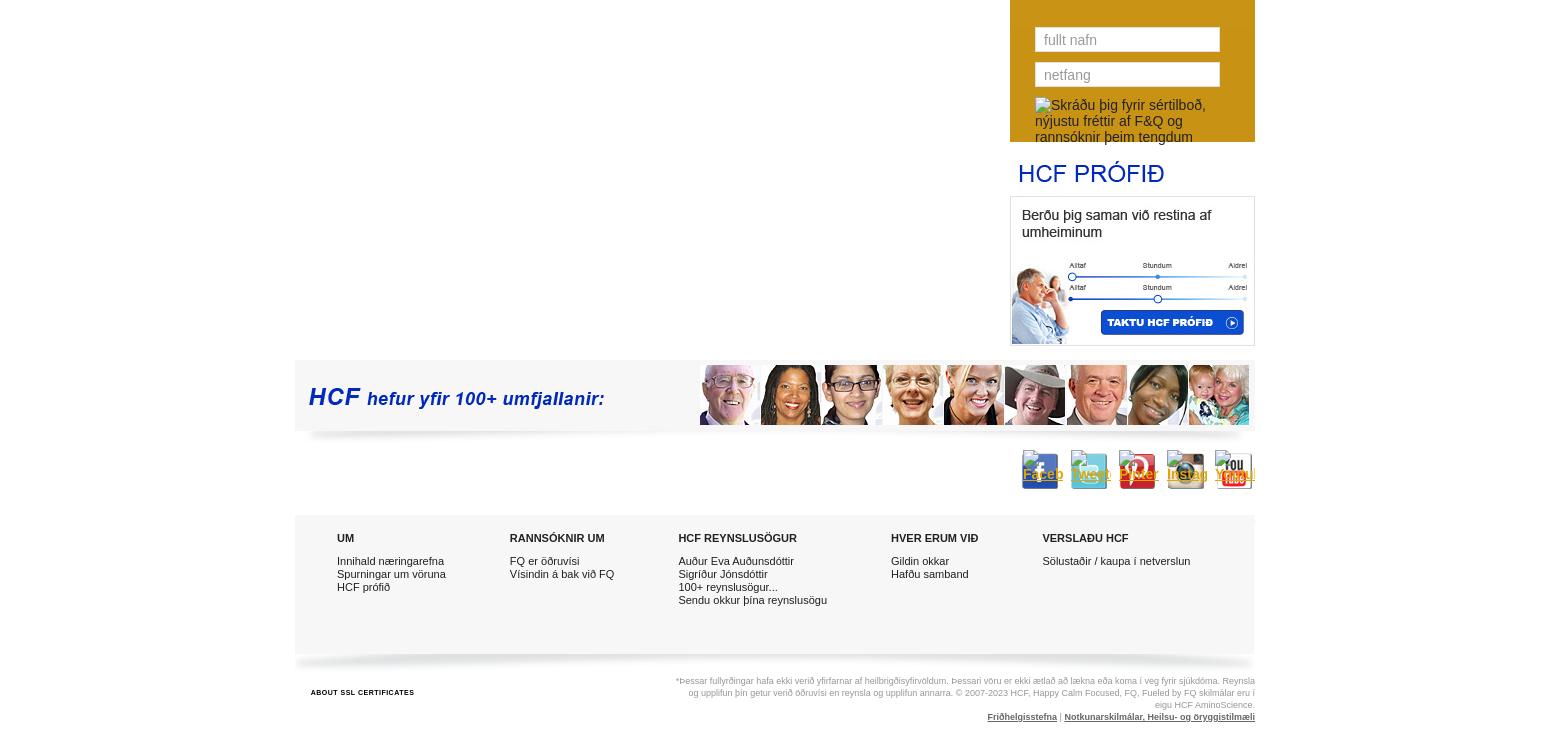 The height and width of the screenshot is (736, 1550). Describe the element at coordinates (676, 559) in the screenshot. I see `'Auður Eva Auðunsdóttir'` at that location.